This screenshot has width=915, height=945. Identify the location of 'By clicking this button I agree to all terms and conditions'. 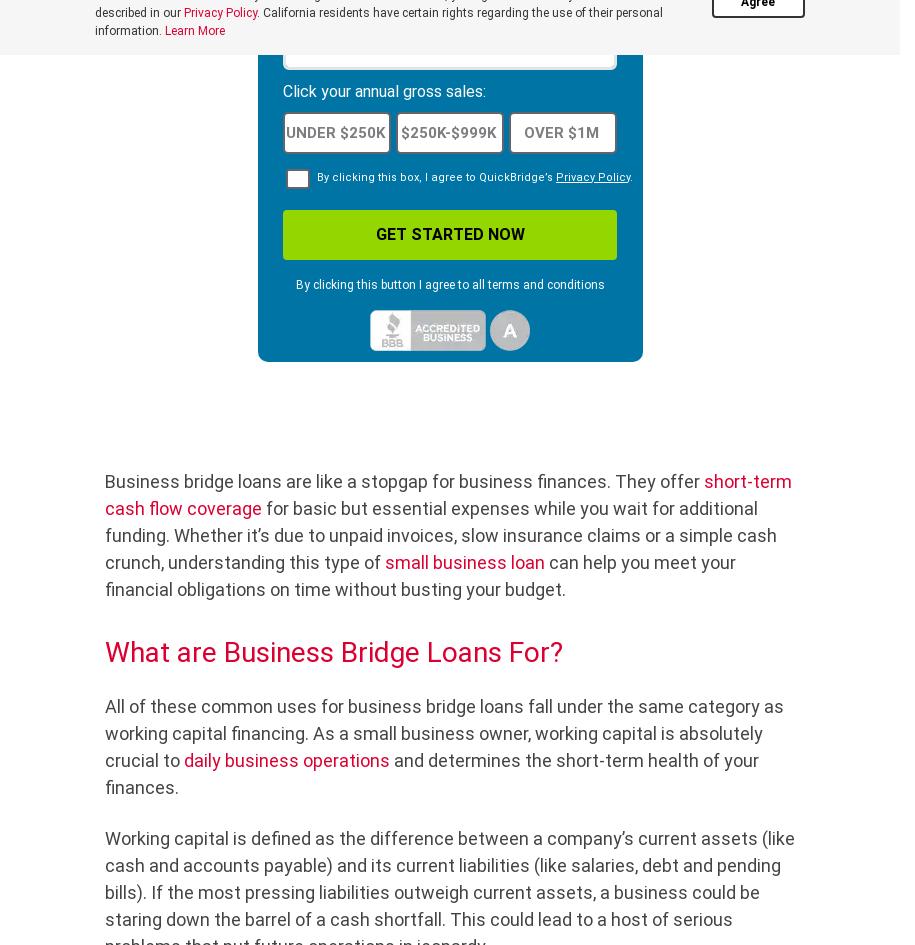
(449, 283).